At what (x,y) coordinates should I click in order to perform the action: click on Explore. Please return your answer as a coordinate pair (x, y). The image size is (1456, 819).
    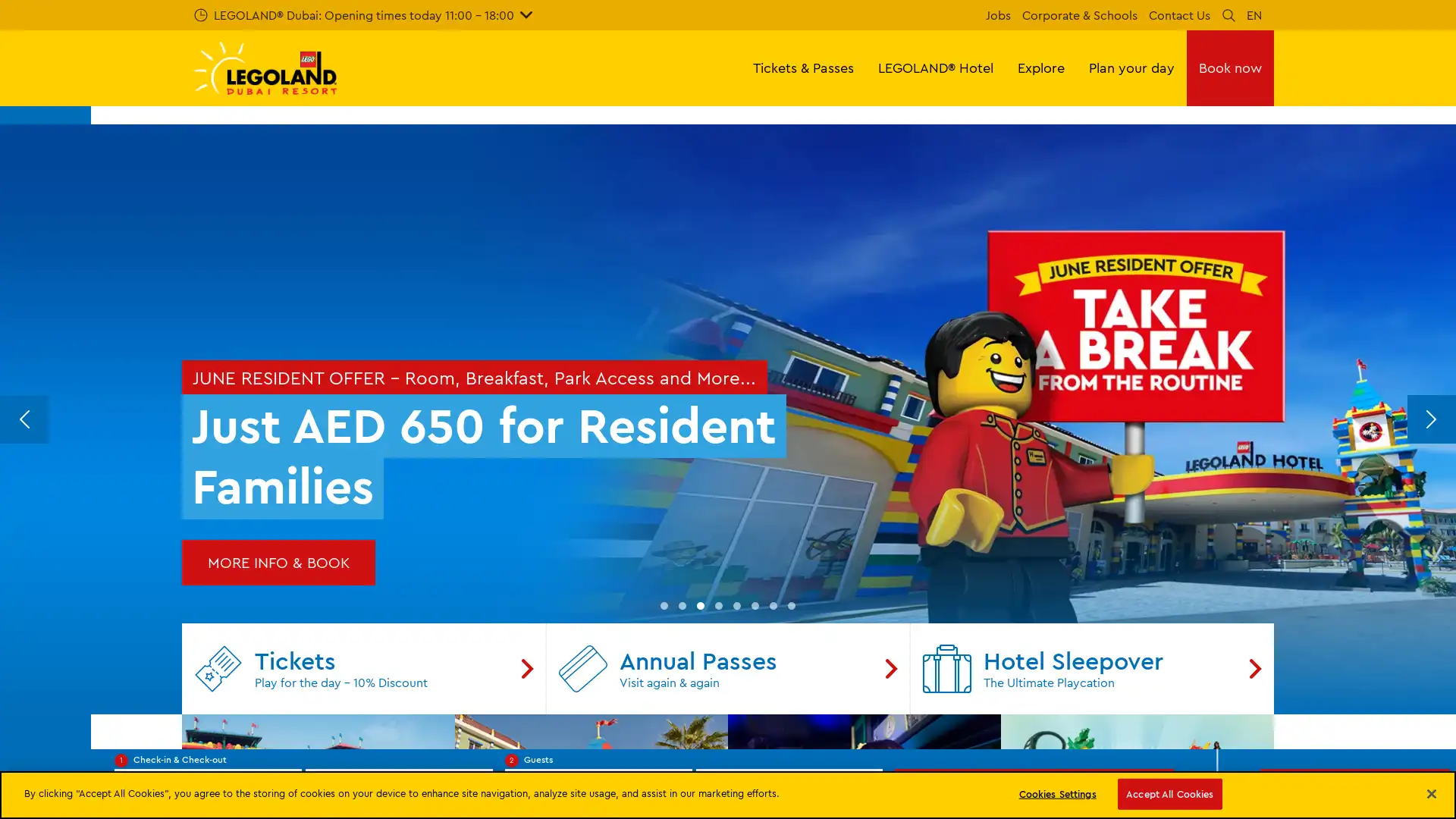
    Looking at the image, I should click on (1040, 67).